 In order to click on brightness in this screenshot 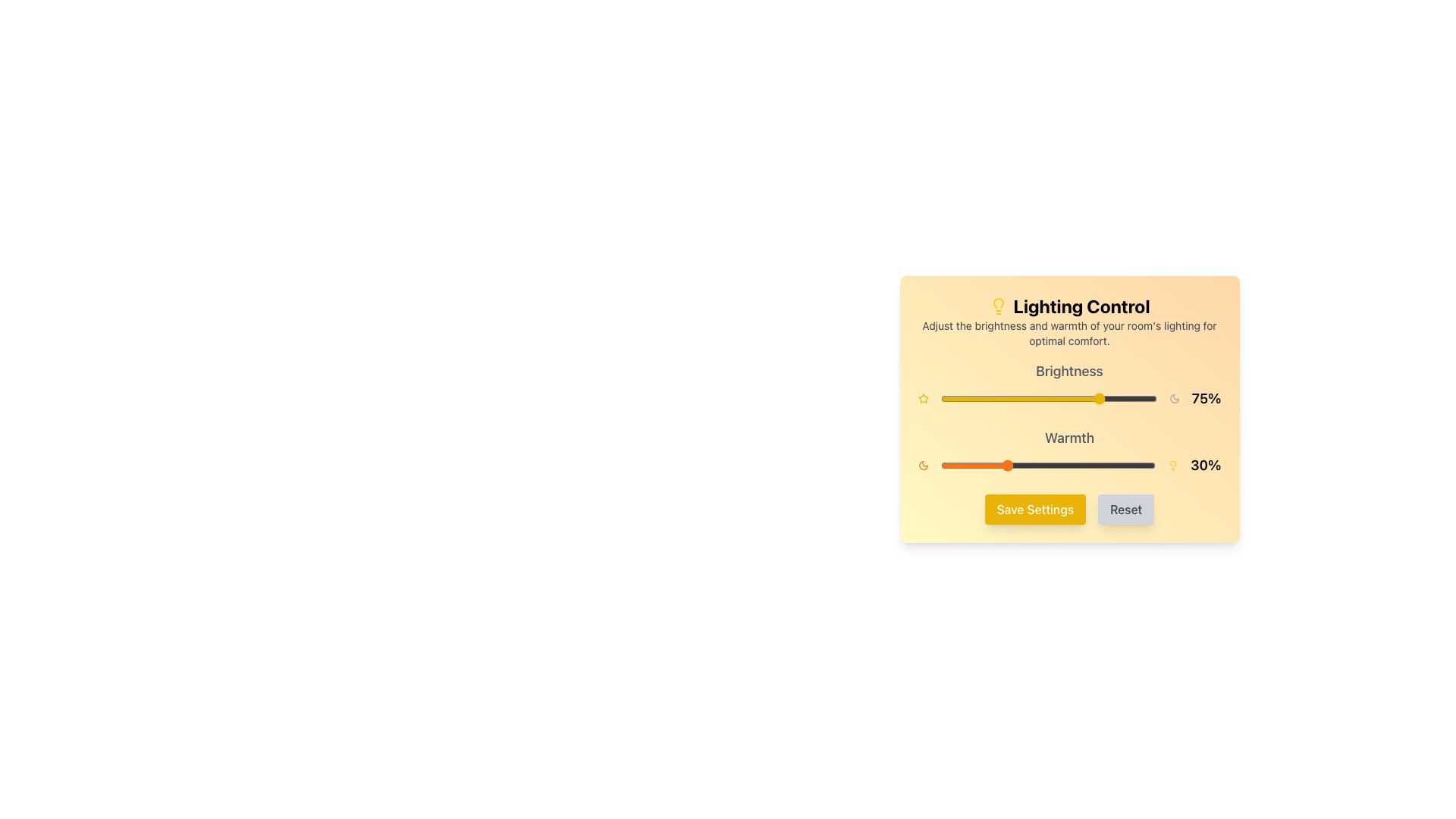, I will do `click(1041, 397)`.